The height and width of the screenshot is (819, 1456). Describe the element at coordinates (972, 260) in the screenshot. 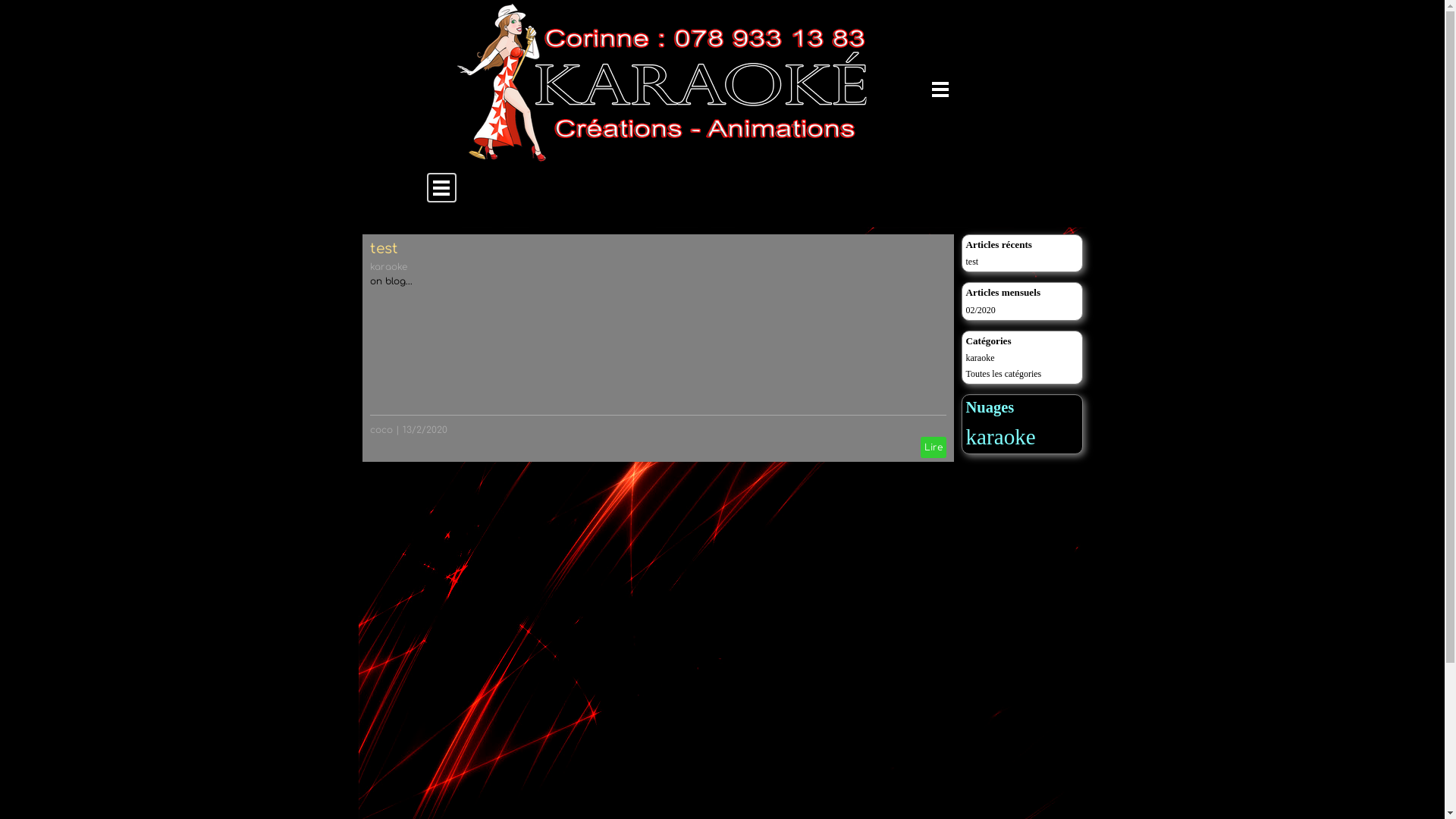

I see `'test'` at that location.